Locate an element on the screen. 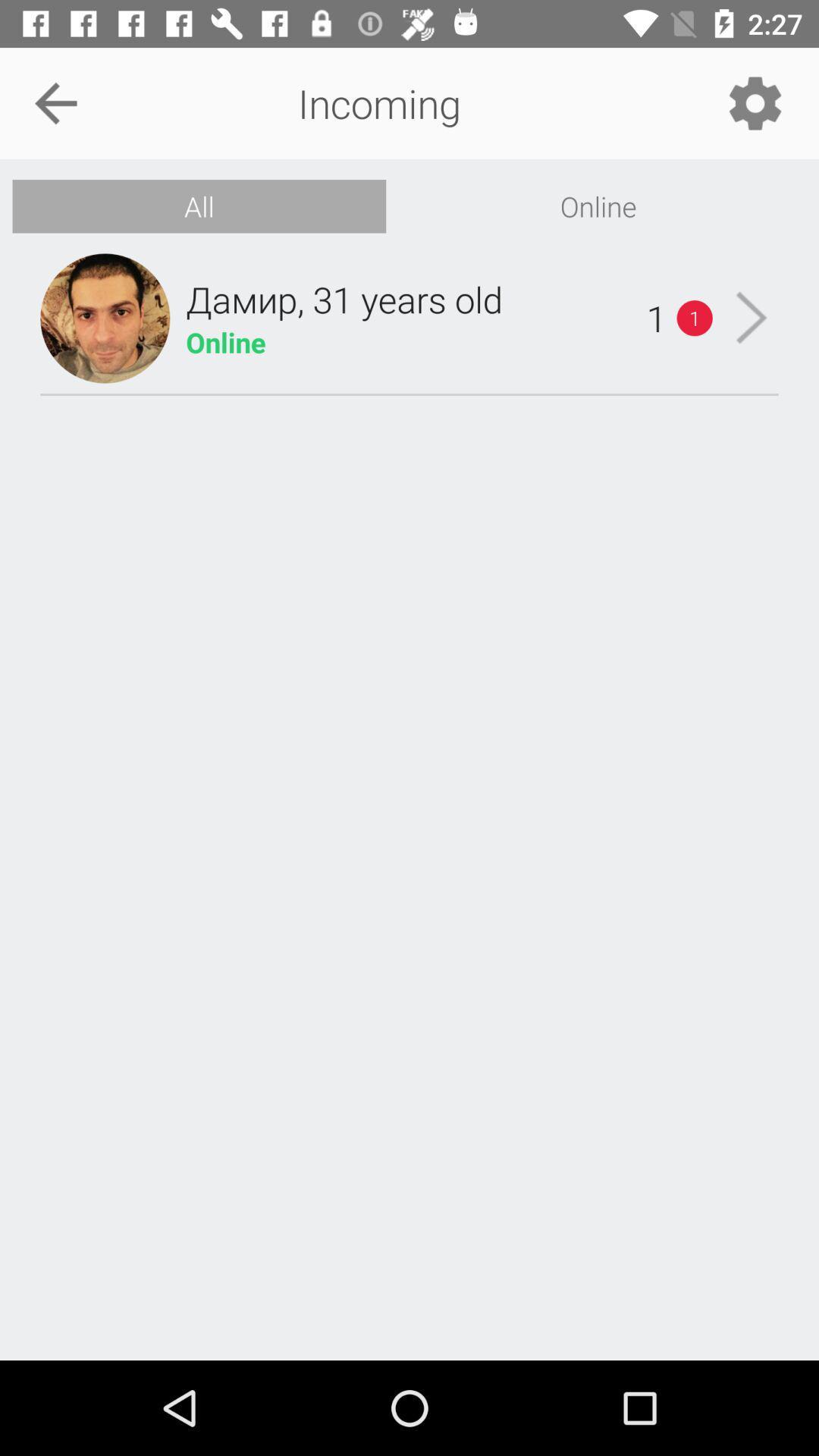  icon to the left of online is located at coordinates (198, 206).